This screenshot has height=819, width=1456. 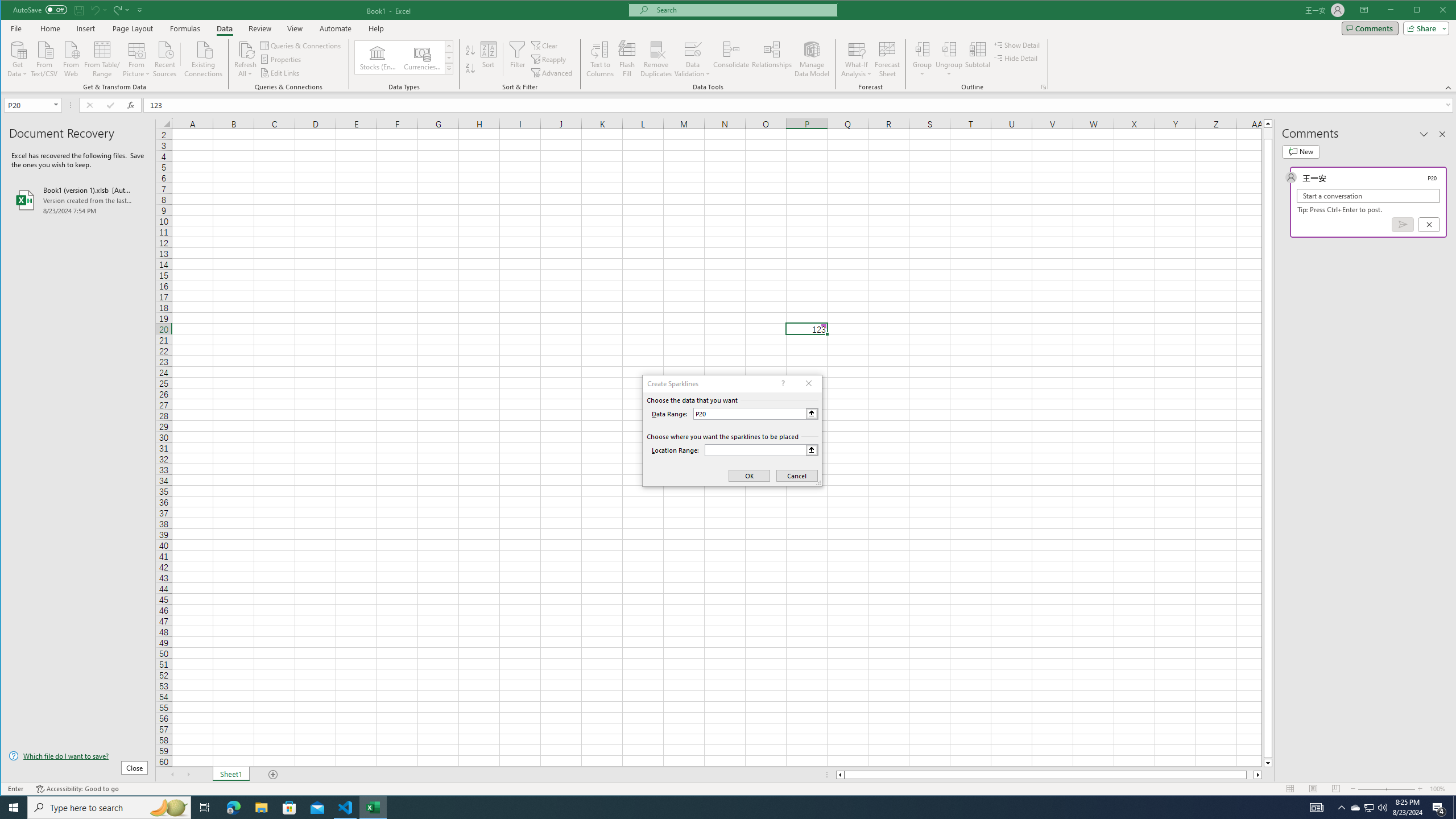 I want to click on 'Existing Connections', so click(x=204, y=58).